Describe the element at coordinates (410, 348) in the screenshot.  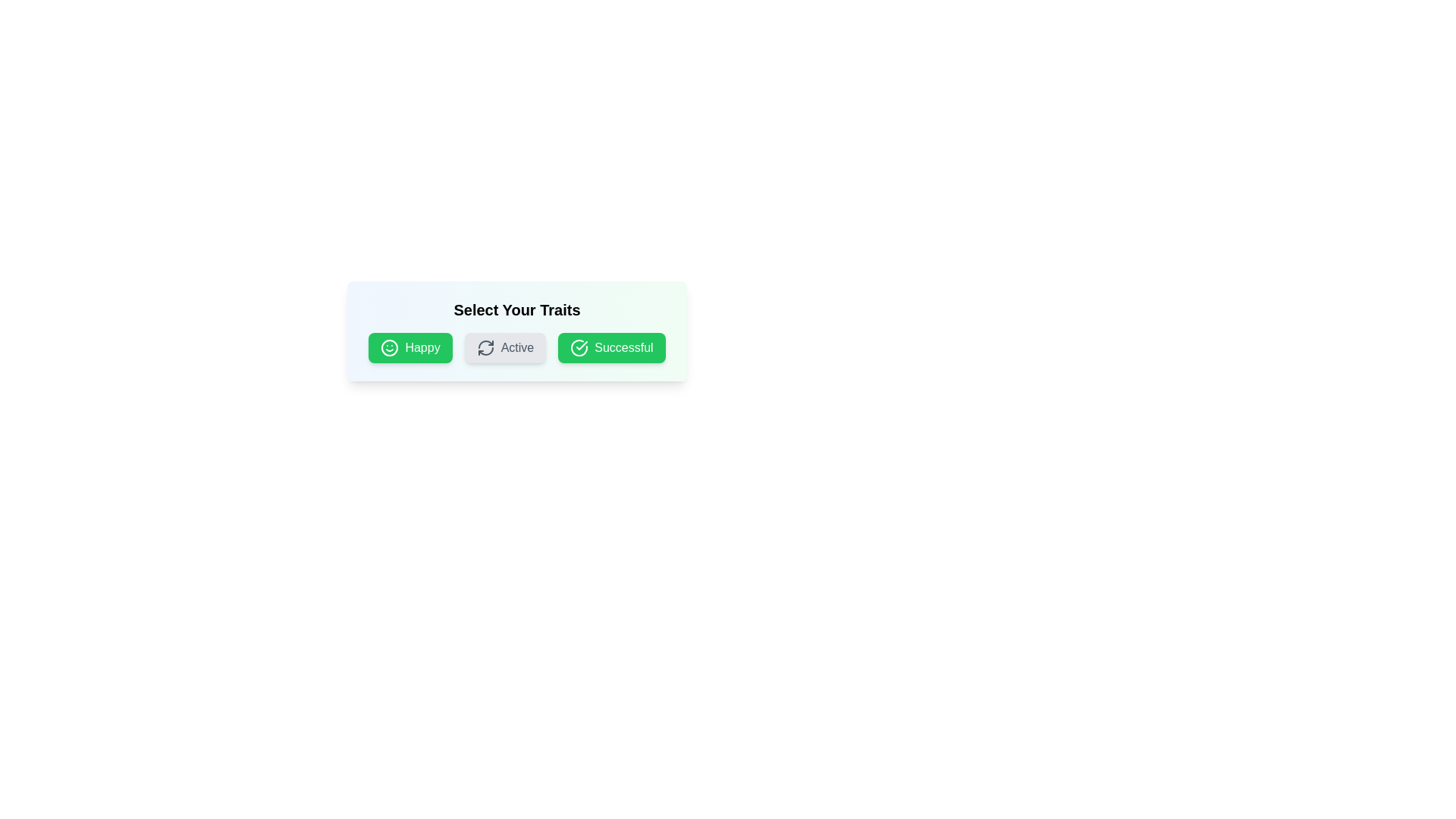
I see `the tag labeled Happy` at that location.